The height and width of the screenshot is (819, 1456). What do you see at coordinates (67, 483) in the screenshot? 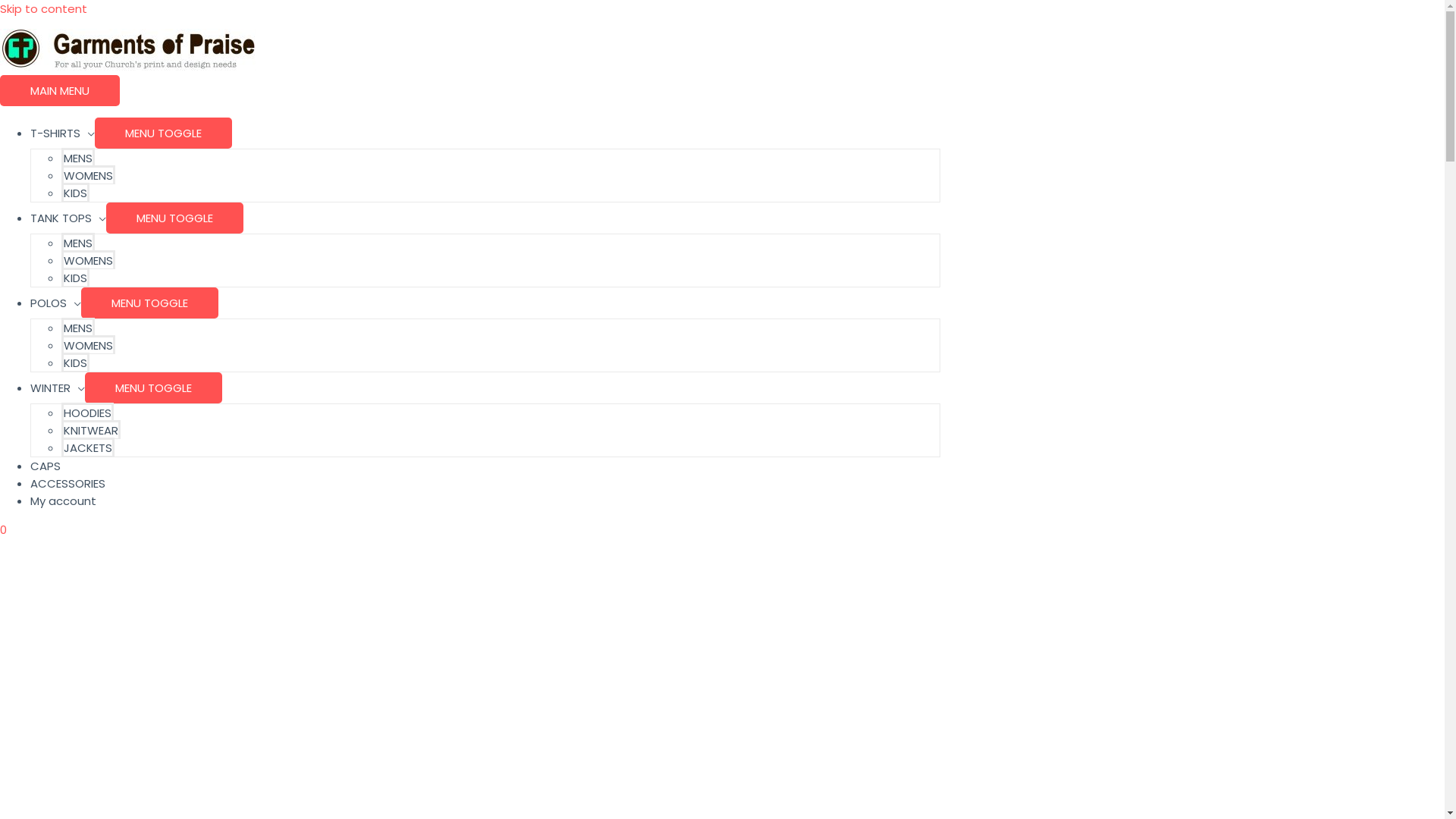
I see `'ACCESSORIES'` at bounding box center [67, 483].